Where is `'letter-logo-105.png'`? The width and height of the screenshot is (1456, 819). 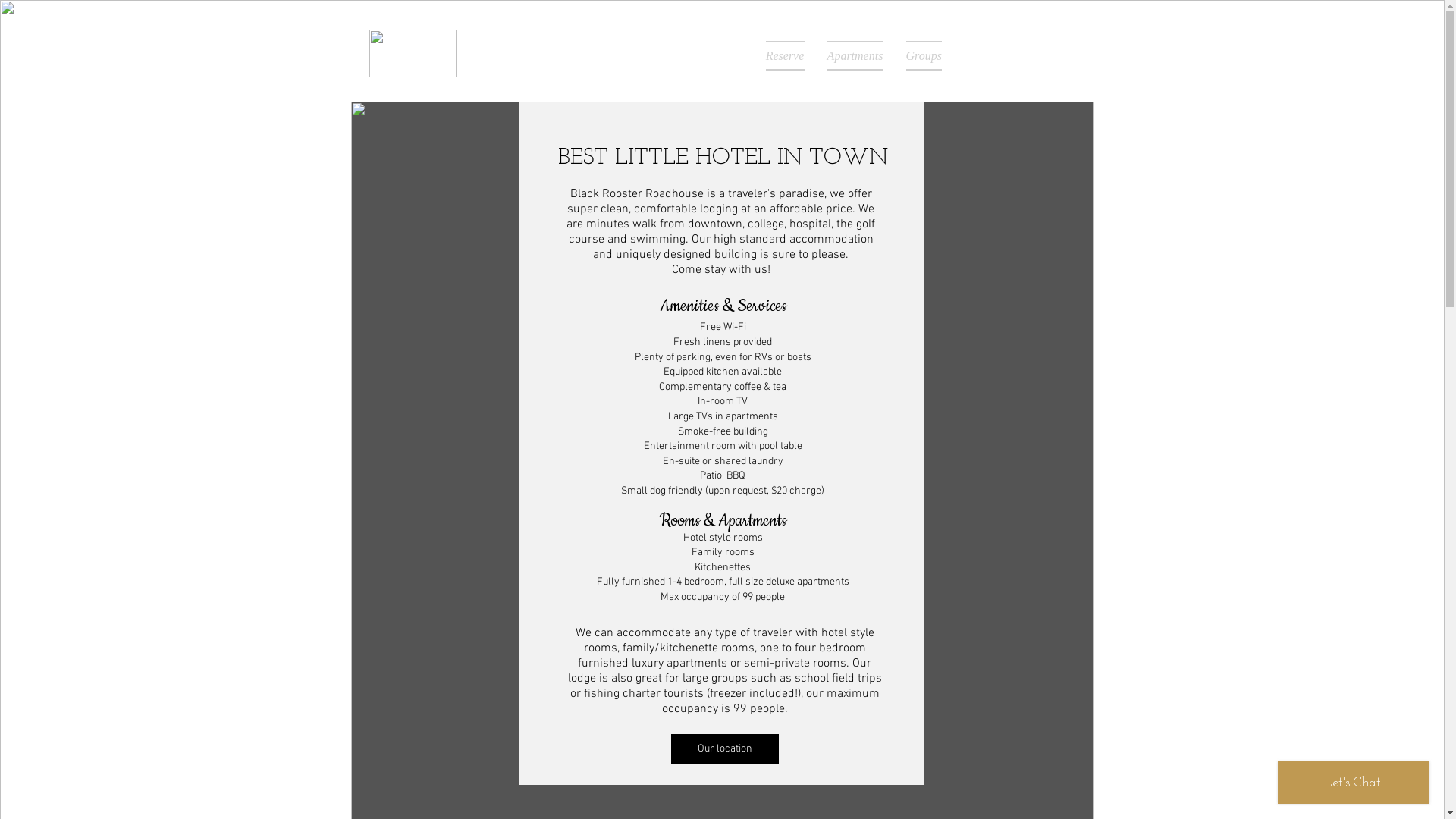
'letter-logo-105.png' is located at coordinates (412, 52).